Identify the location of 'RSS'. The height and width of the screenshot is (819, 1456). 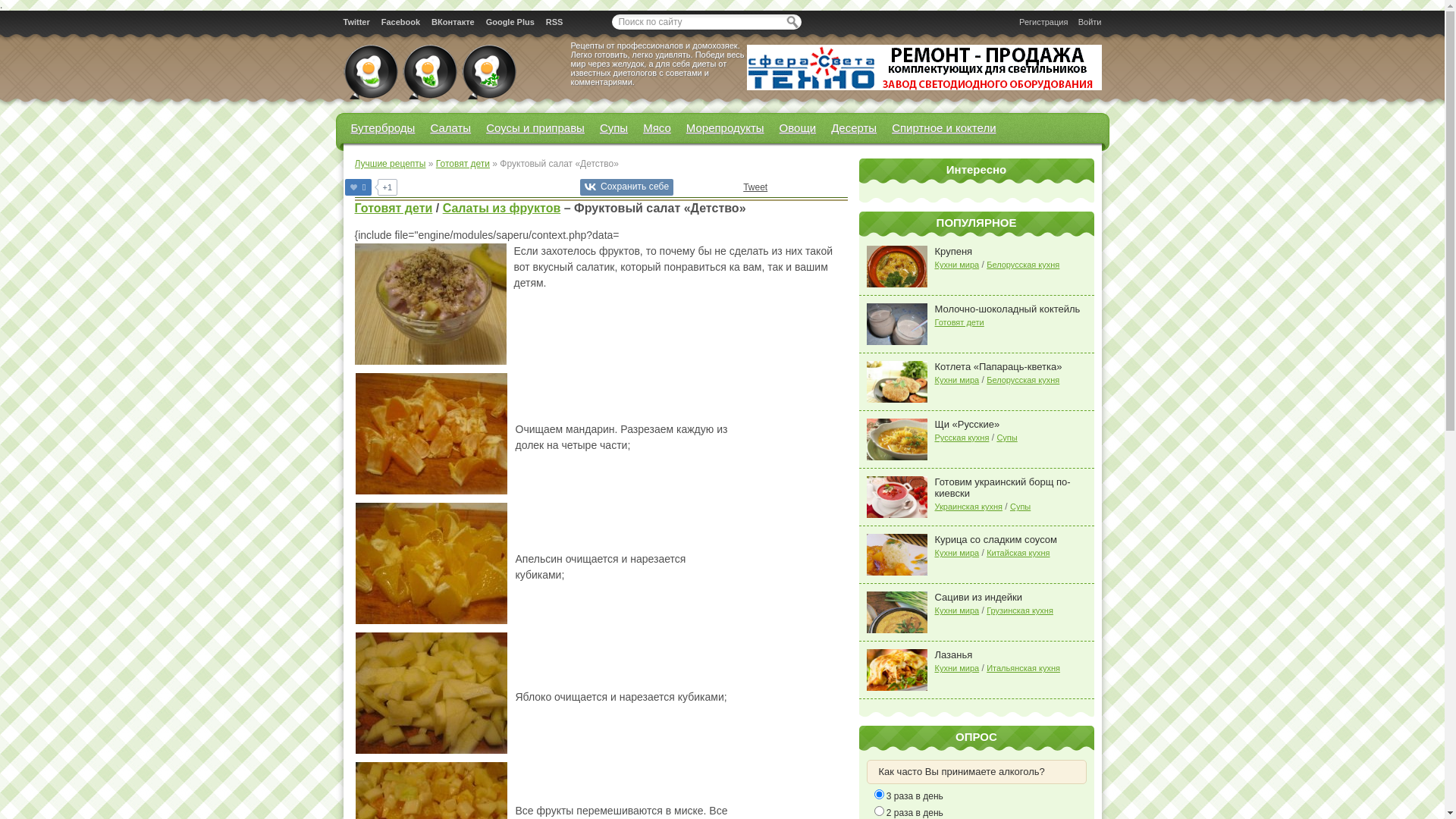
(554, 22).